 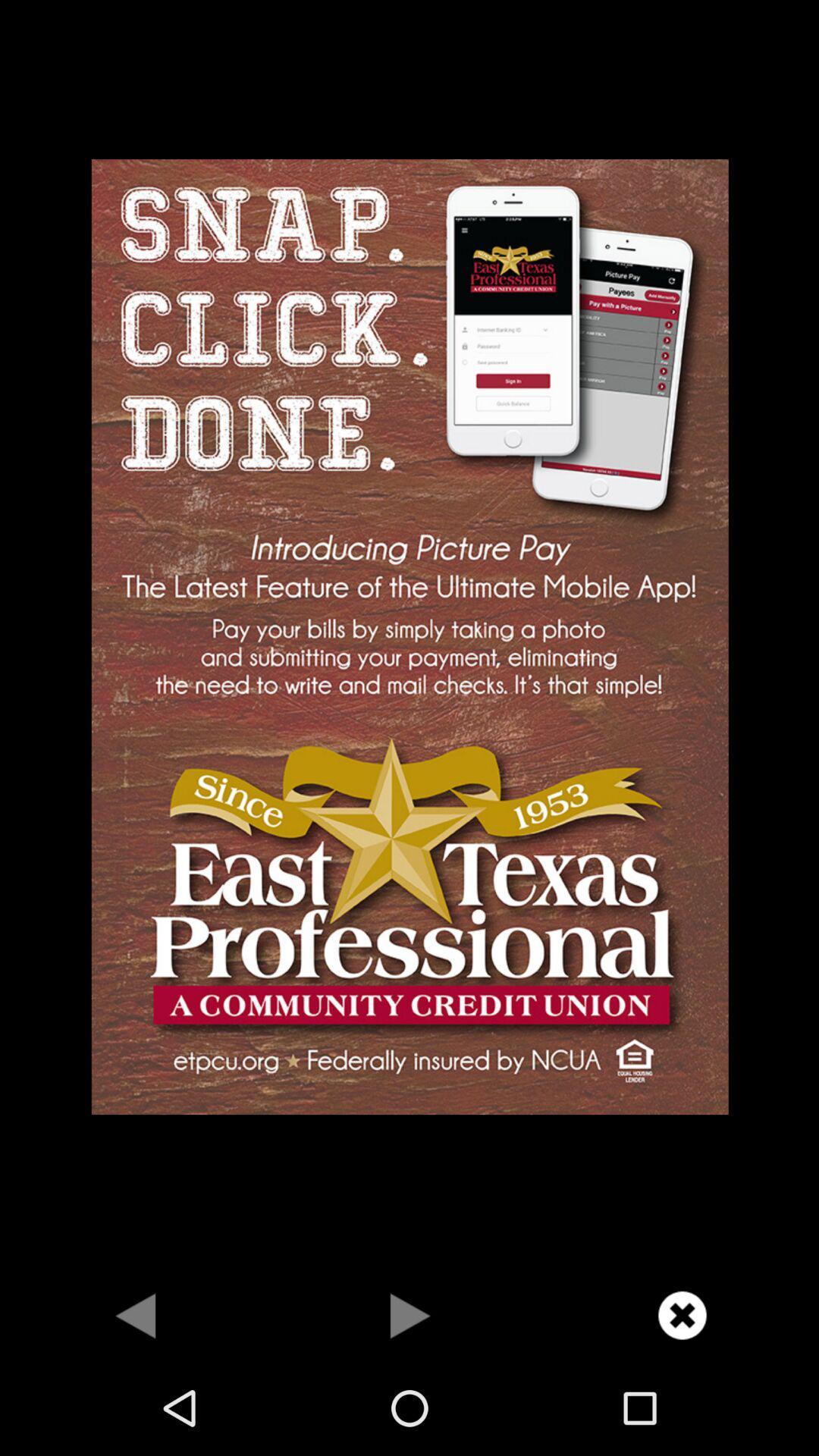 What do you see at coordinates (681, 1314) in the screenshot?
I see `close botten` at bounding box center [681, 1314].